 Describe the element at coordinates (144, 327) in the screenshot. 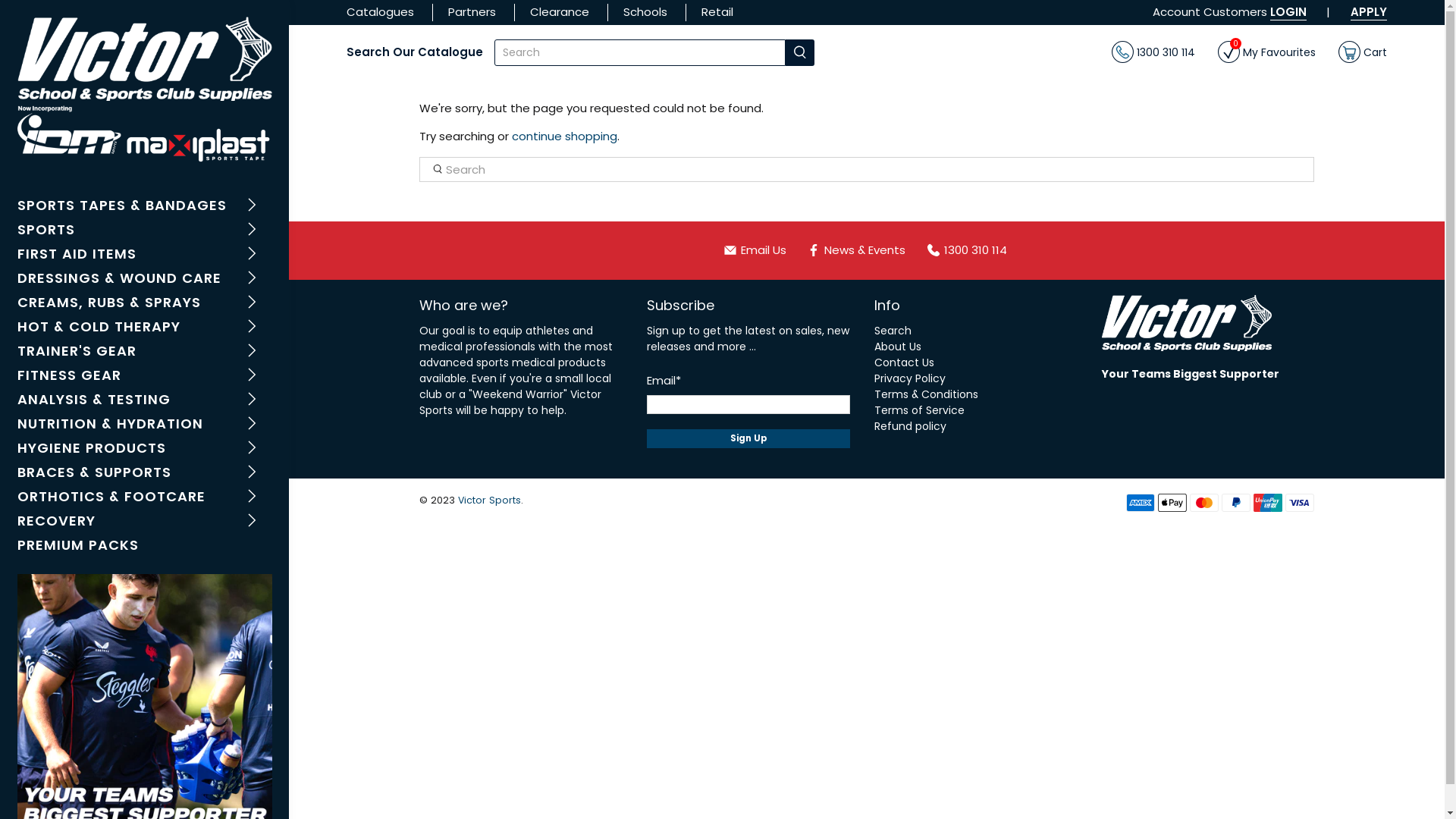

I see `'HOT & COLD THERAPY'` at that location.